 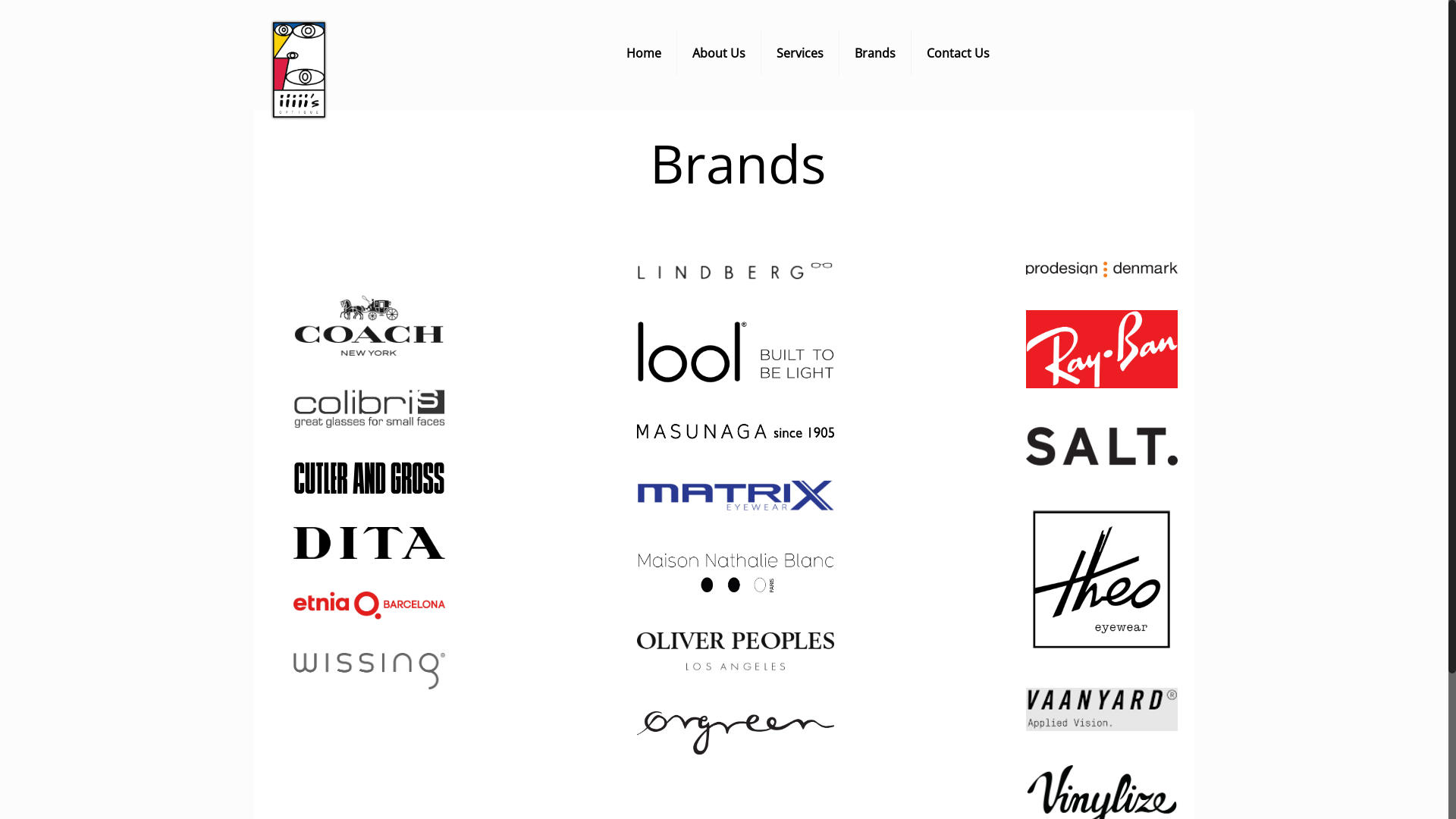 I want to click on 'Contact Us', so click(x=957, y=52).